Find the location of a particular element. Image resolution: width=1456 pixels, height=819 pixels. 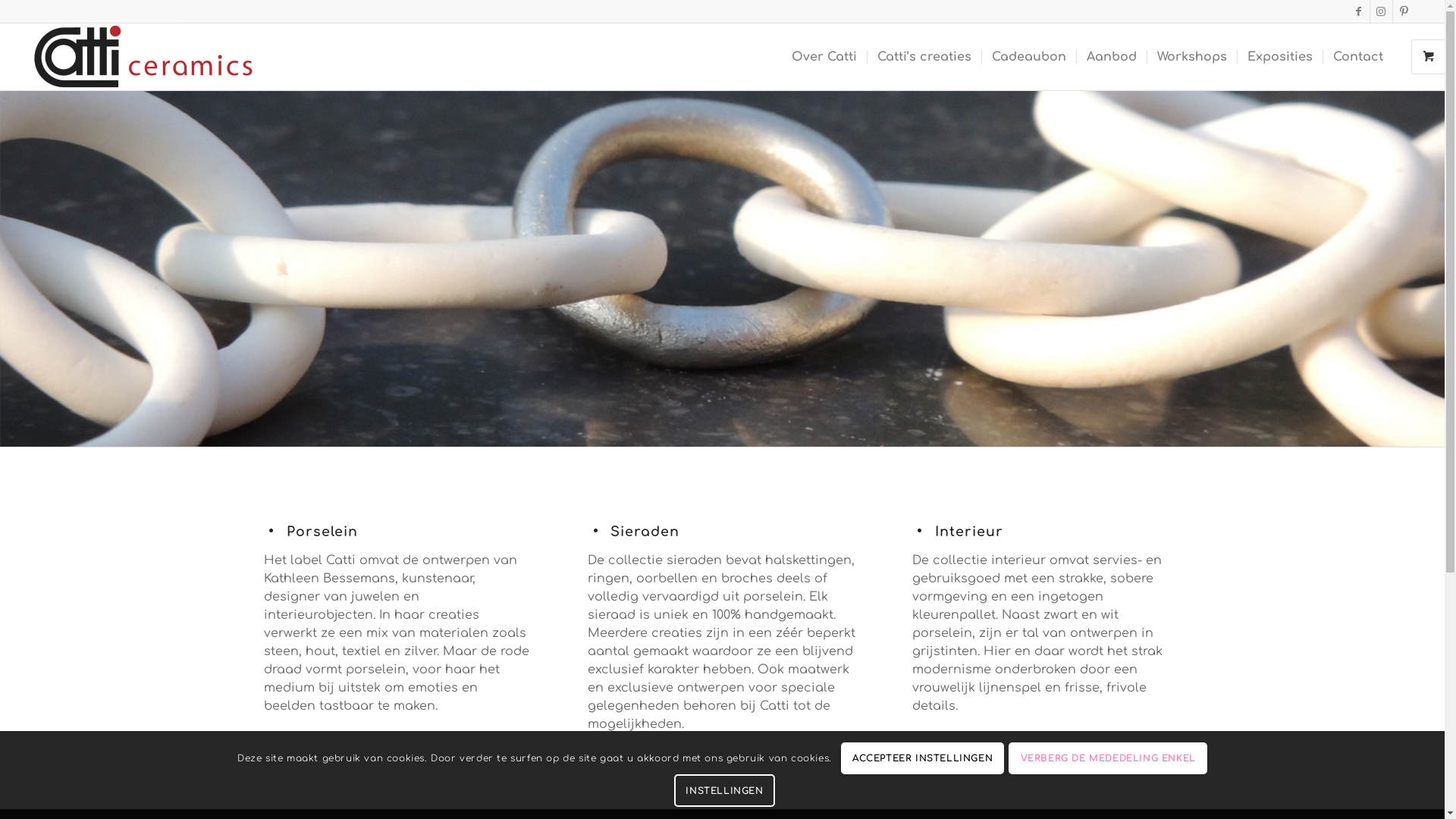

'Over Catti' is located at coordinates (823, 55).